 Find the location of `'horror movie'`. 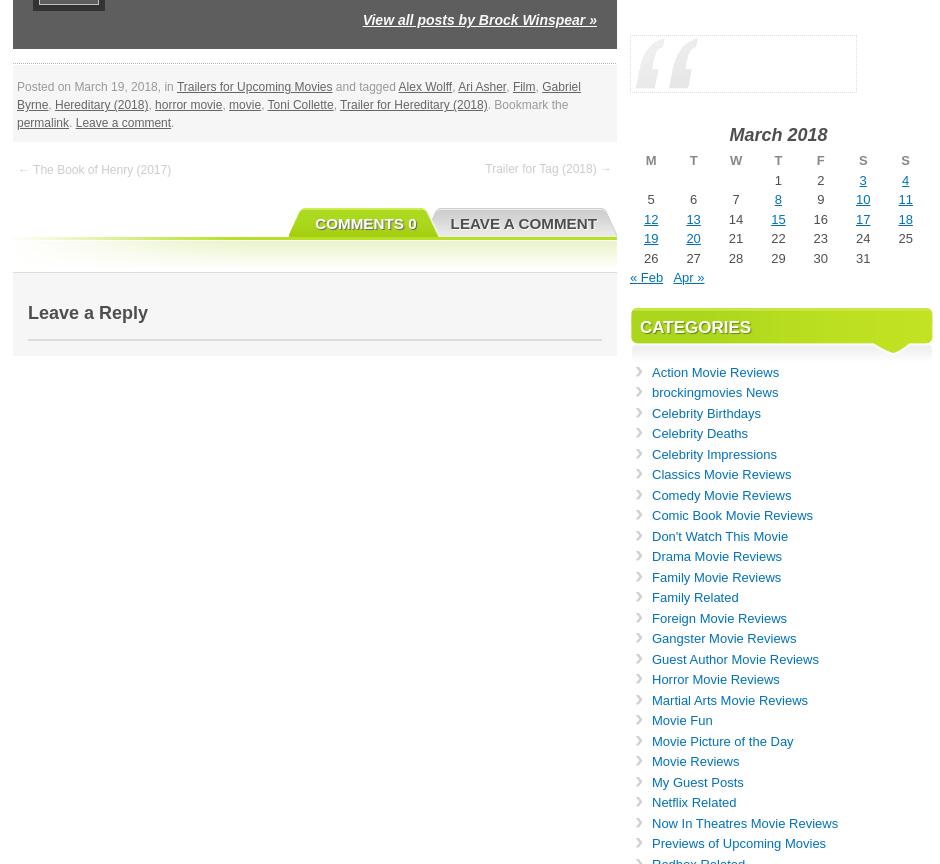

'horror movie' is located at coordinates (154, 104).